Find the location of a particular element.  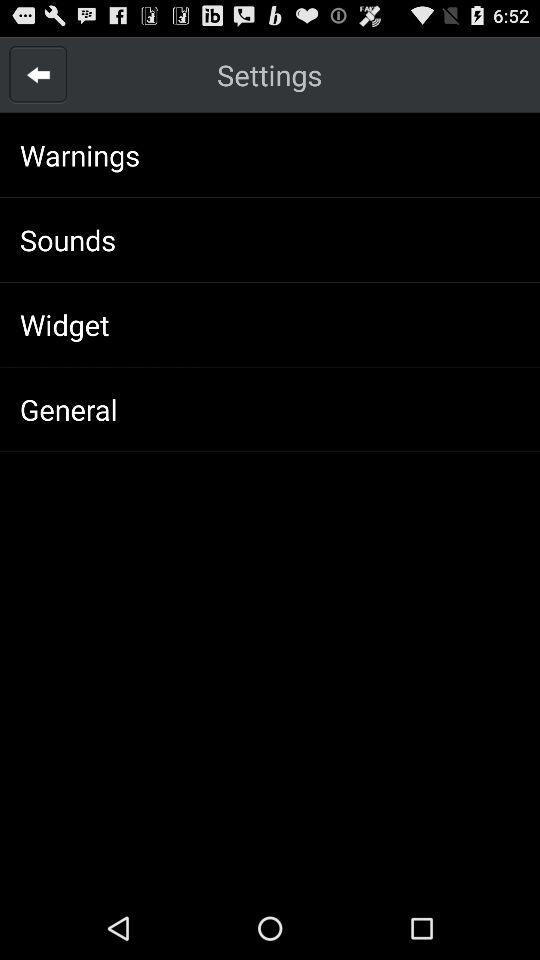

sounds item is located at coordinates (67, 239).